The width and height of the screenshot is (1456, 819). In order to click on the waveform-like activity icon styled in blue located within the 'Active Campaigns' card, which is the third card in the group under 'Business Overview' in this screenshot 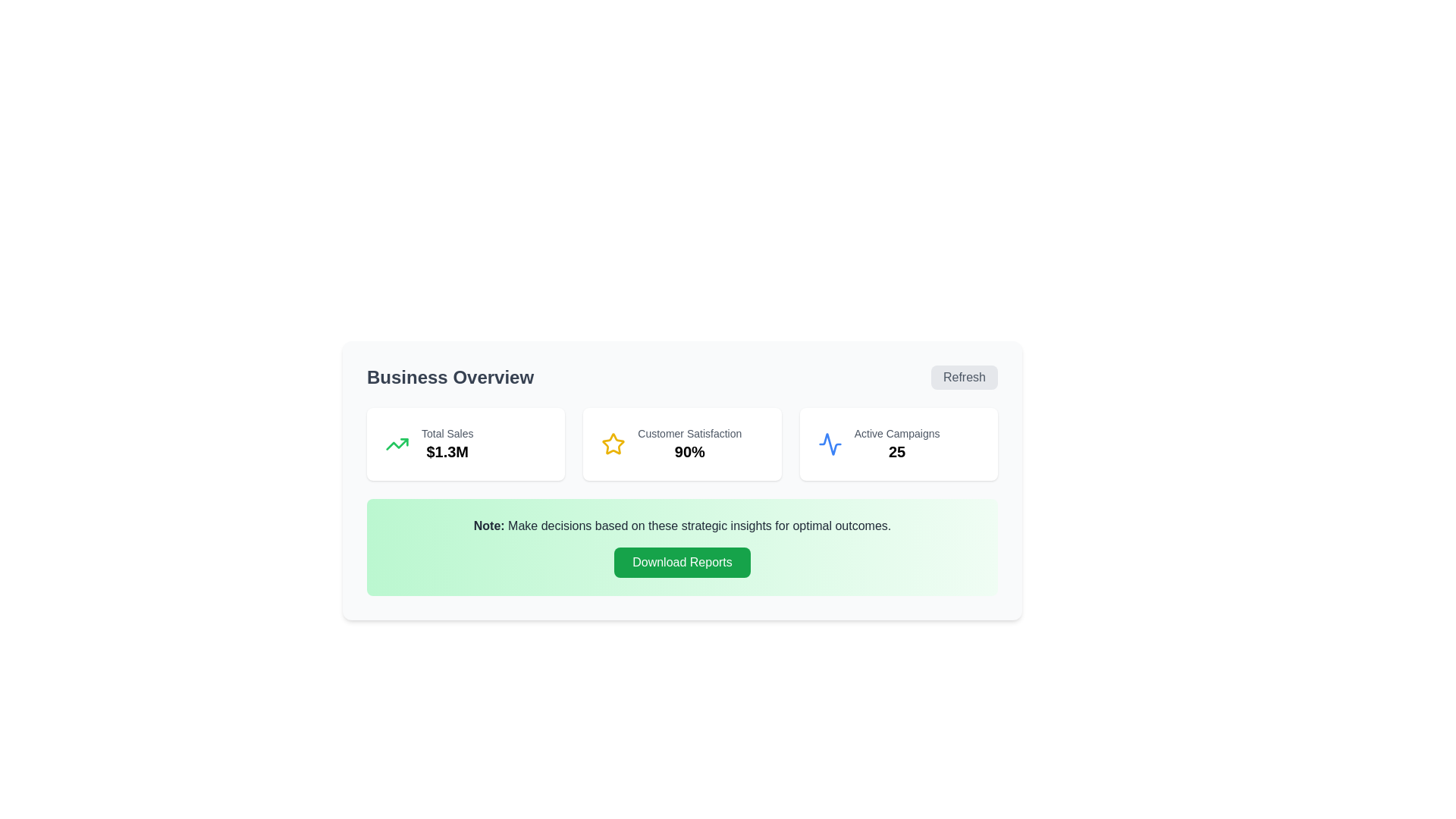, I will do `click(829, 444)`.